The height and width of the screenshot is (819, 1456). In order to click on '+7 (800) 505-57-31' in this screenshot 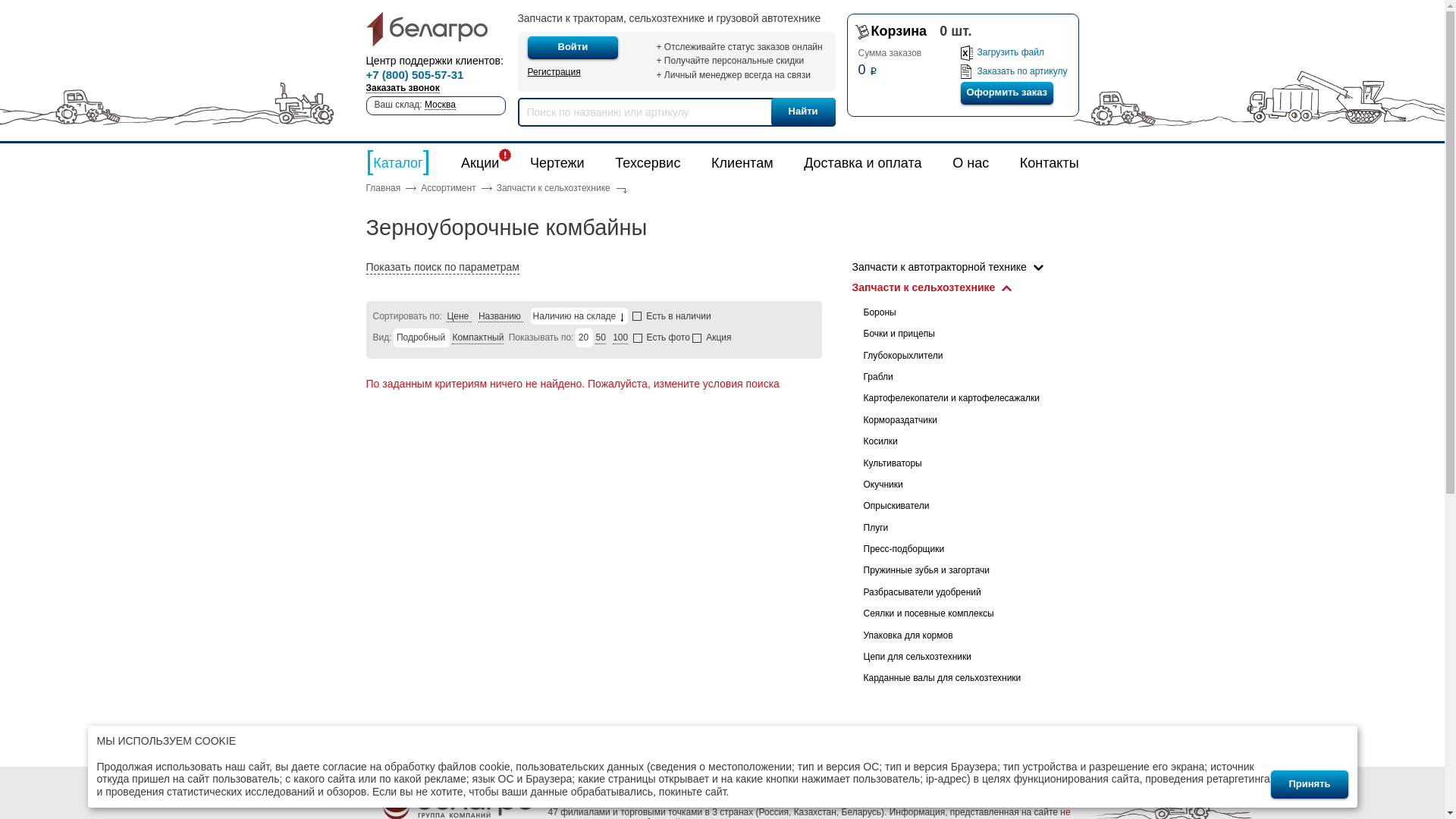, I will do `click(414, 75)`.